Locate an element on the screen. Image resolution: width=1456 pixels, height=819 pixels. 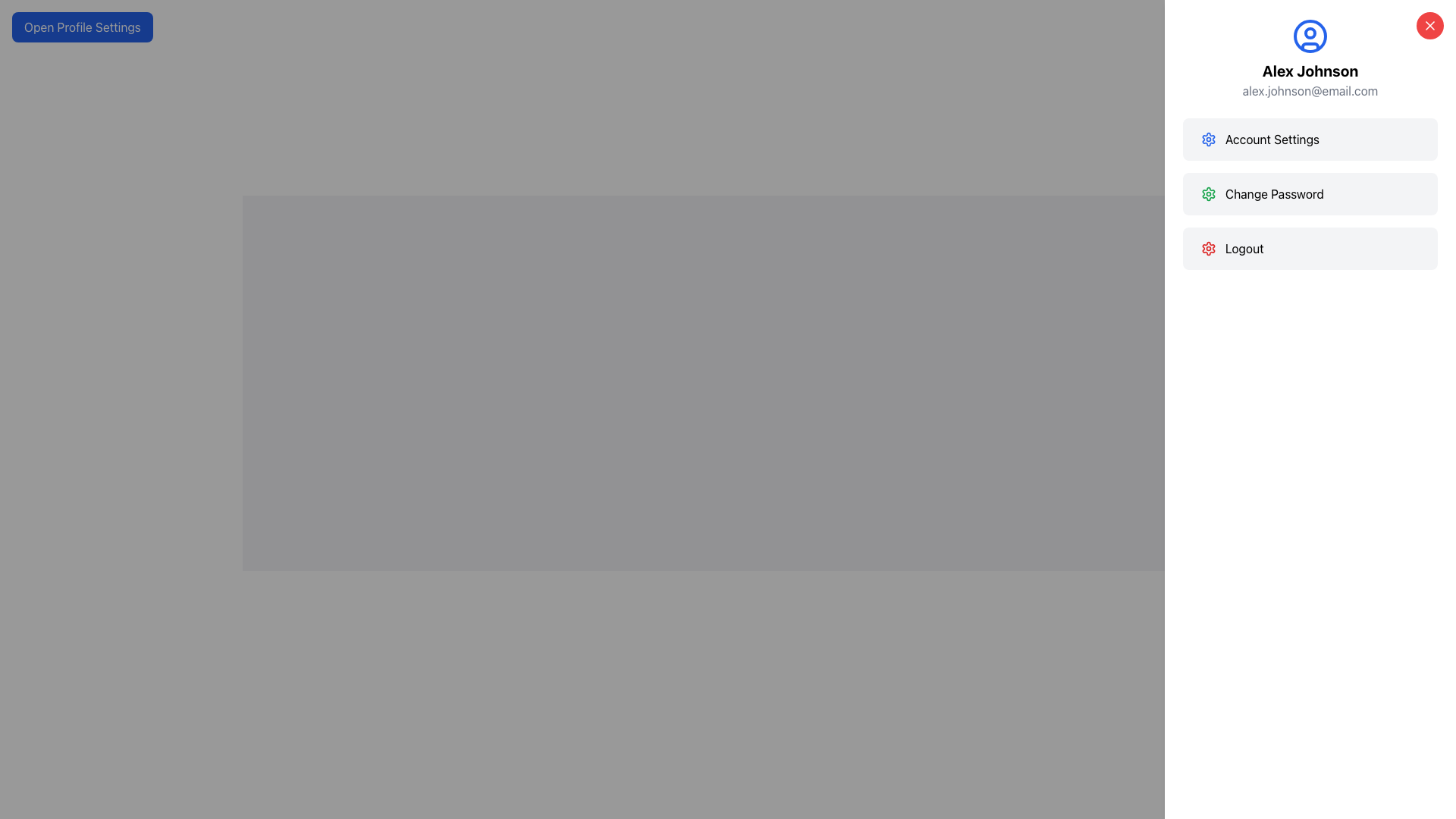
the red circular gear-like icon representing the settings within the 'Logout' menu is located at coordinates (1207, 247).